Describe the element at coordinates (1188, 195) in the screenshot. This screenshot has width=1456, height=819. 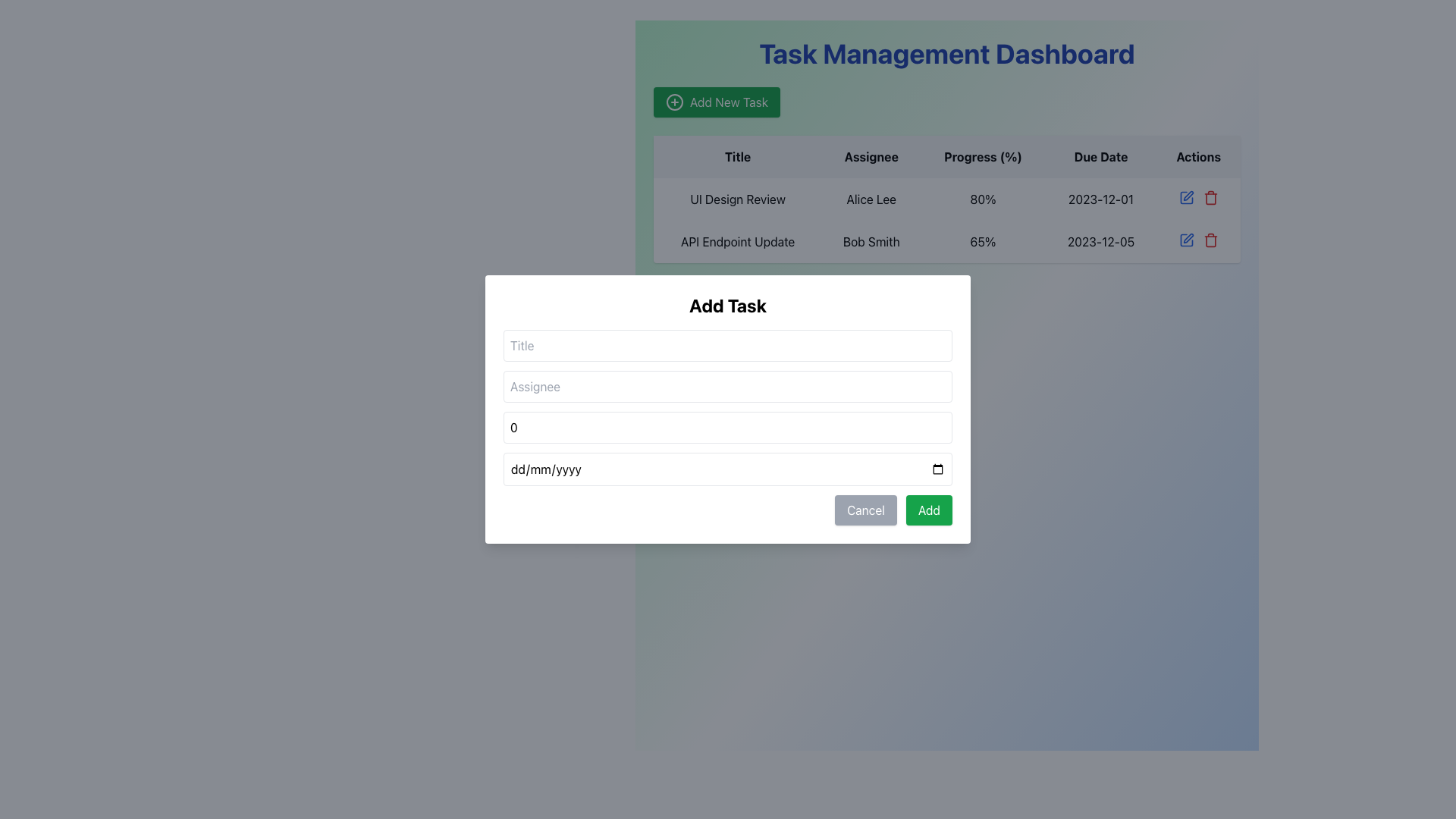
I see `the first icon button in the 'Actions' column of the second row of the table, which is used for editing the corresponding entry` at that location.